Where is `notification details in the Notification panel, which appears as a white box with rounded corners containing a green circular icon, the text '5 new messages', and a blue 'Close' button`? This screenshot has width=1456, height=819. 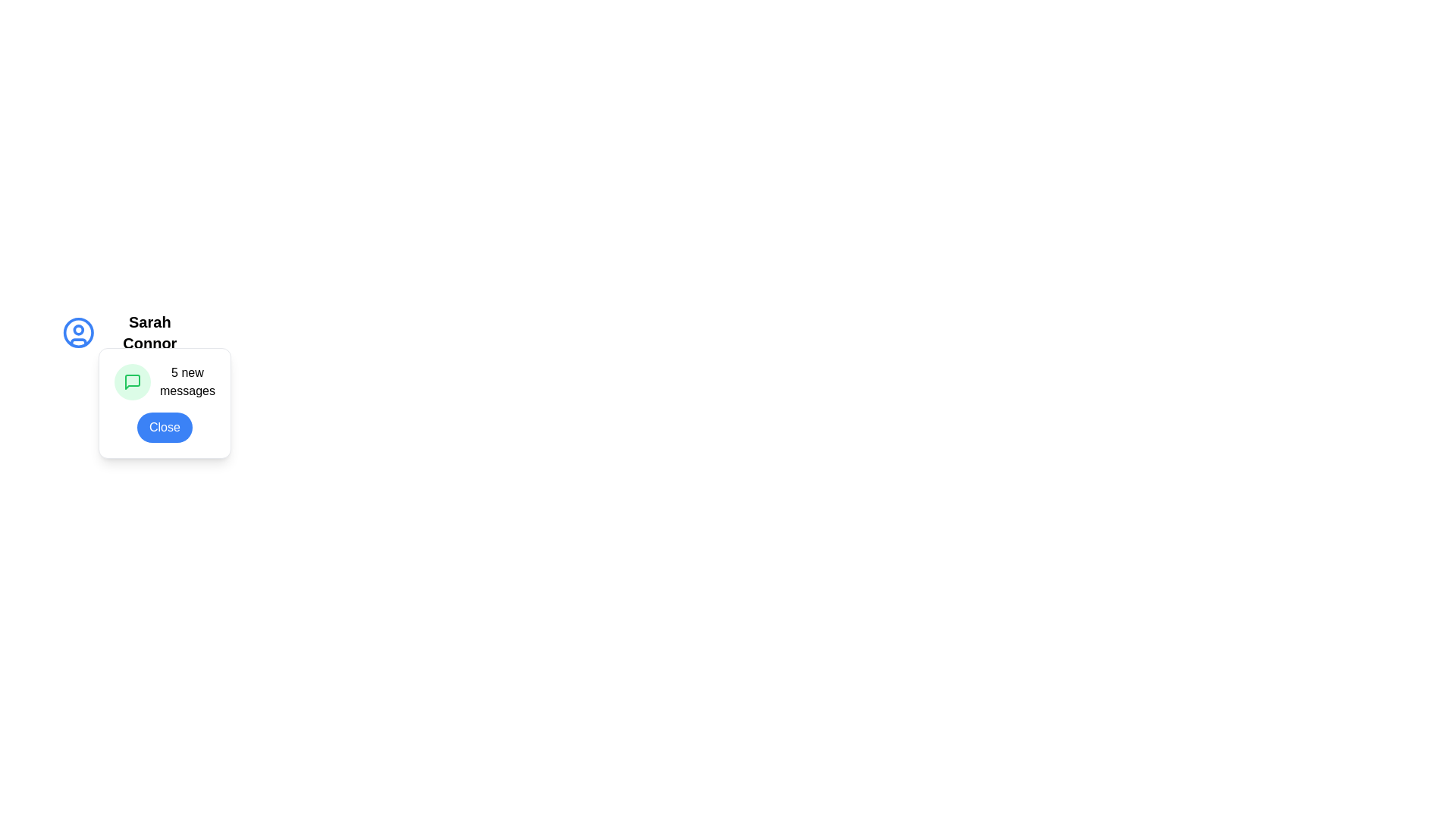 notification details in the Notification panel, which appears as a white box with rounded corners containing a green circular icon, the text '5 new messages', and a blue 'Close' button is located at coordinates (165, 403).